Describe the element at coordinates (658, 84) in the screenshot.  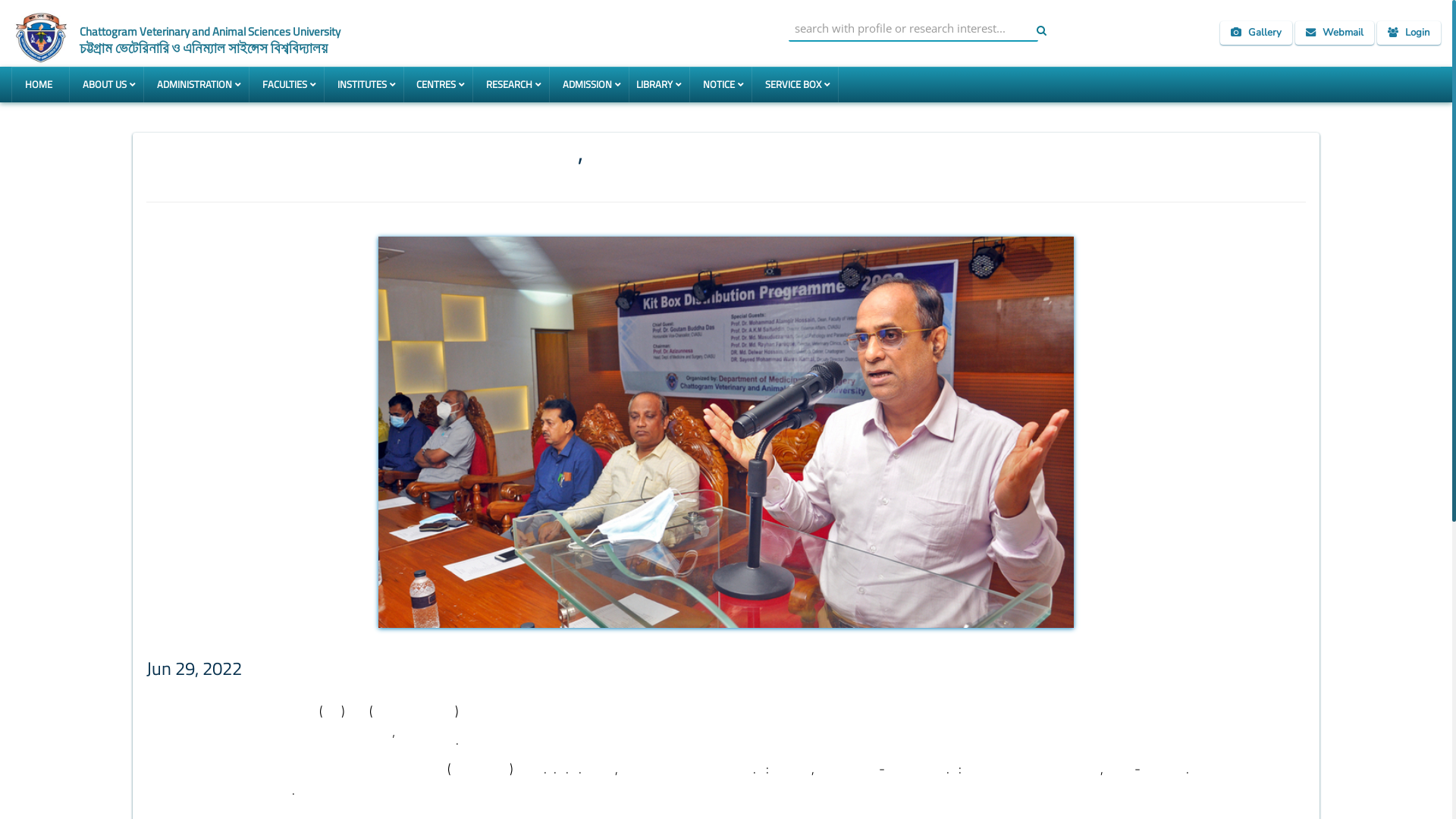
I see `'LIBRARY'` at that location.